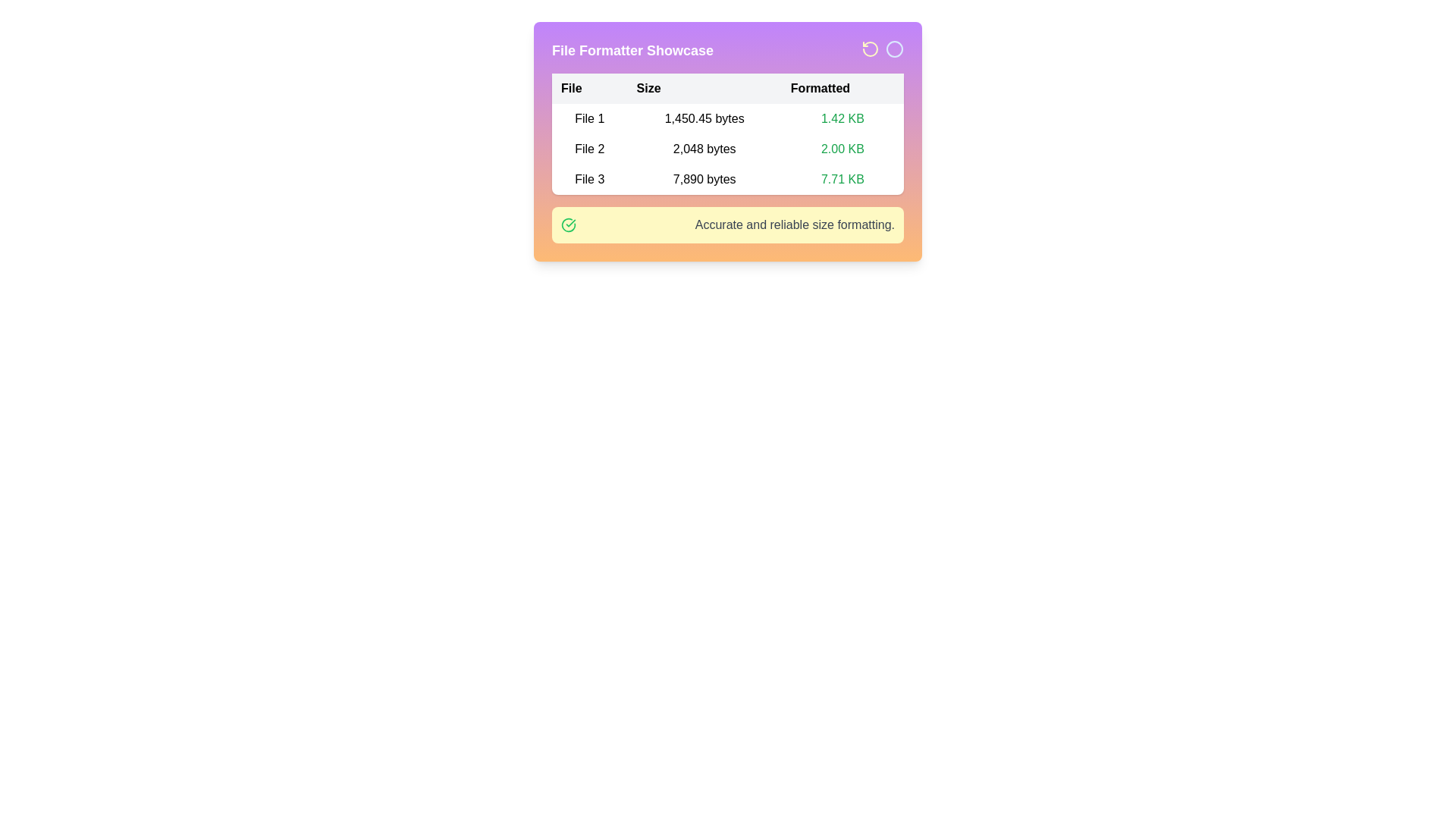 The height and width of the screenshot is (819, 1456). What do you see at coordinates (842, 88) in the screenshot?
I see `the static text label 'Formatted' located as the third column header in a table, positioned to the right of 'File' and 'Size'` at bounding box center [842, 88].